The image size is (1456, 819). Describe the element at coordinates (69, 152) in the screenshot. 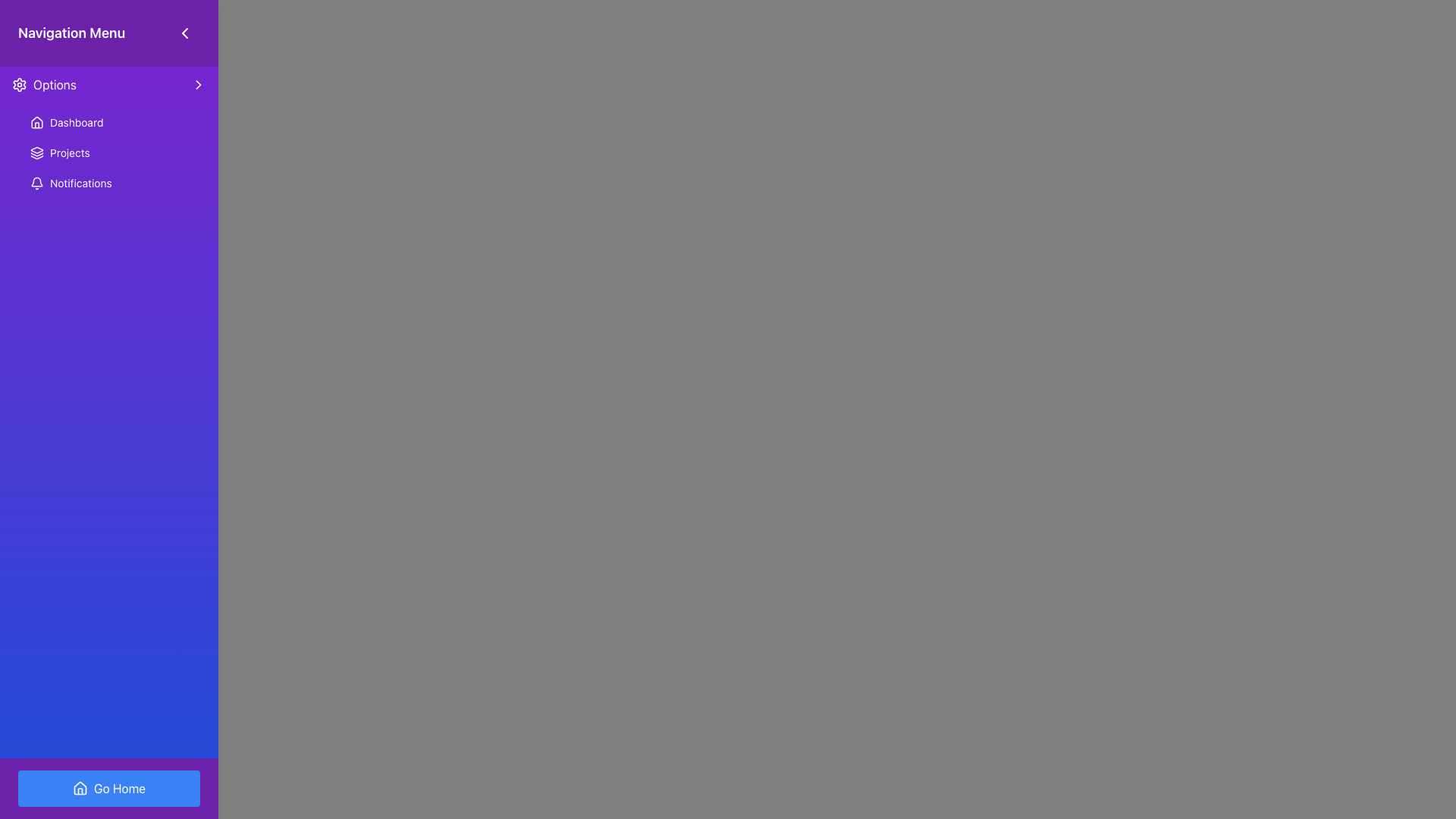

I see `the 'Projects' text label in the navigation menu, which is located below 'Dashboard' and above 'Notifications', featuring a white font on a purple background` at that location.